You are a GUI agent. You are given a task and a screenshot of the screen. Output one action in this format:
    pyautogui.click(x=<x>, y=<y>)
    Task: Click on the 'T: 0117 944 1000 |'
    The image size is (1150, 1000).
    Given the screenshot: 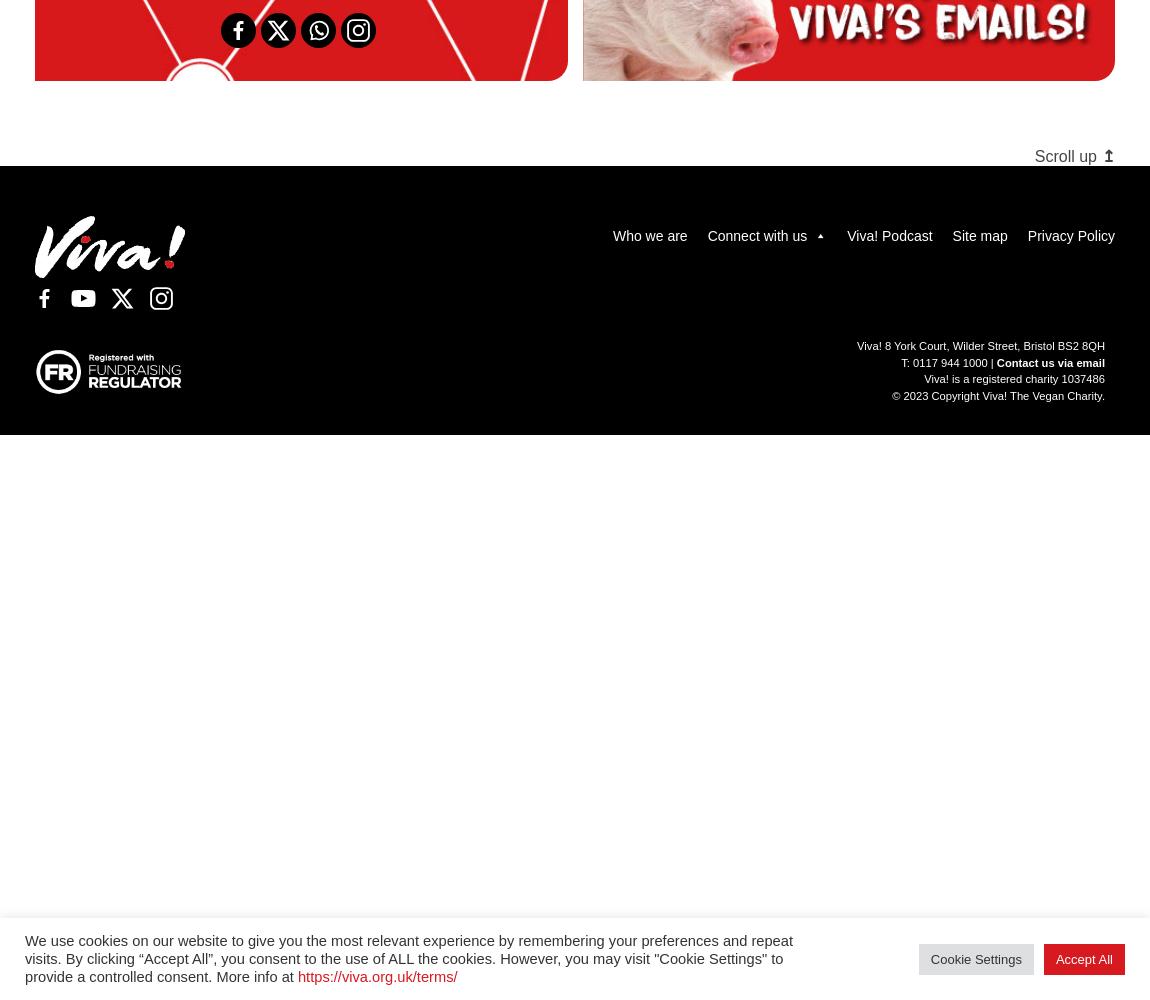 What is the action you would take?
    pyautogui.click(x=901, y=361)
    